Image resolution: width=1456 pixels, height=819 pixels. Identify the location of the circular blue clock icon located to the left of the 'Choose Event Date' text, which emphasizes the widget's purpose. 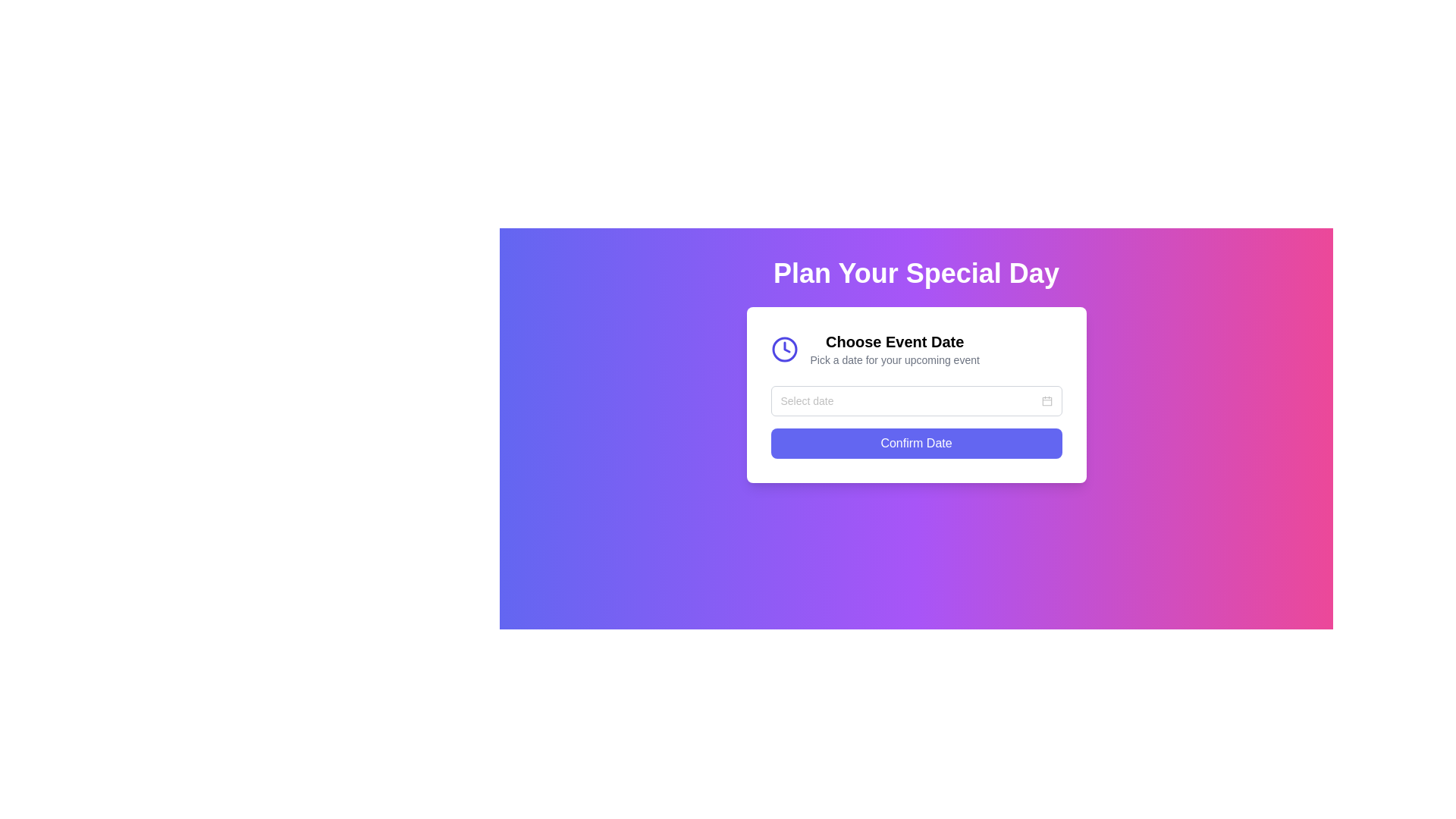
(784, 350).